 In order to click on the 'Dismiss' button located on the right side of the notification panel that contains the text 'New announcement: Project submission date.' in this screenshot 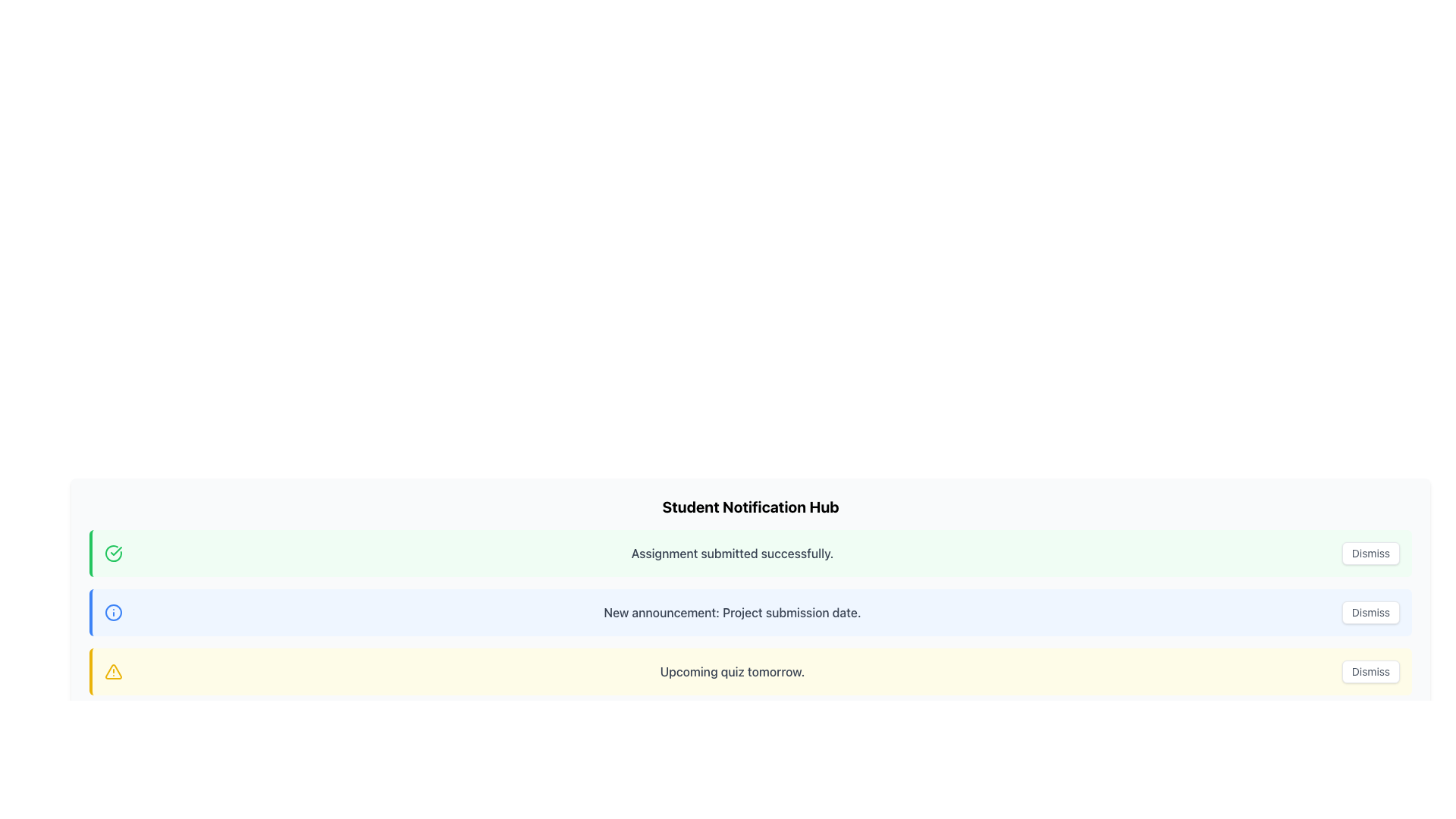, I will do `click(1370, 611)`.